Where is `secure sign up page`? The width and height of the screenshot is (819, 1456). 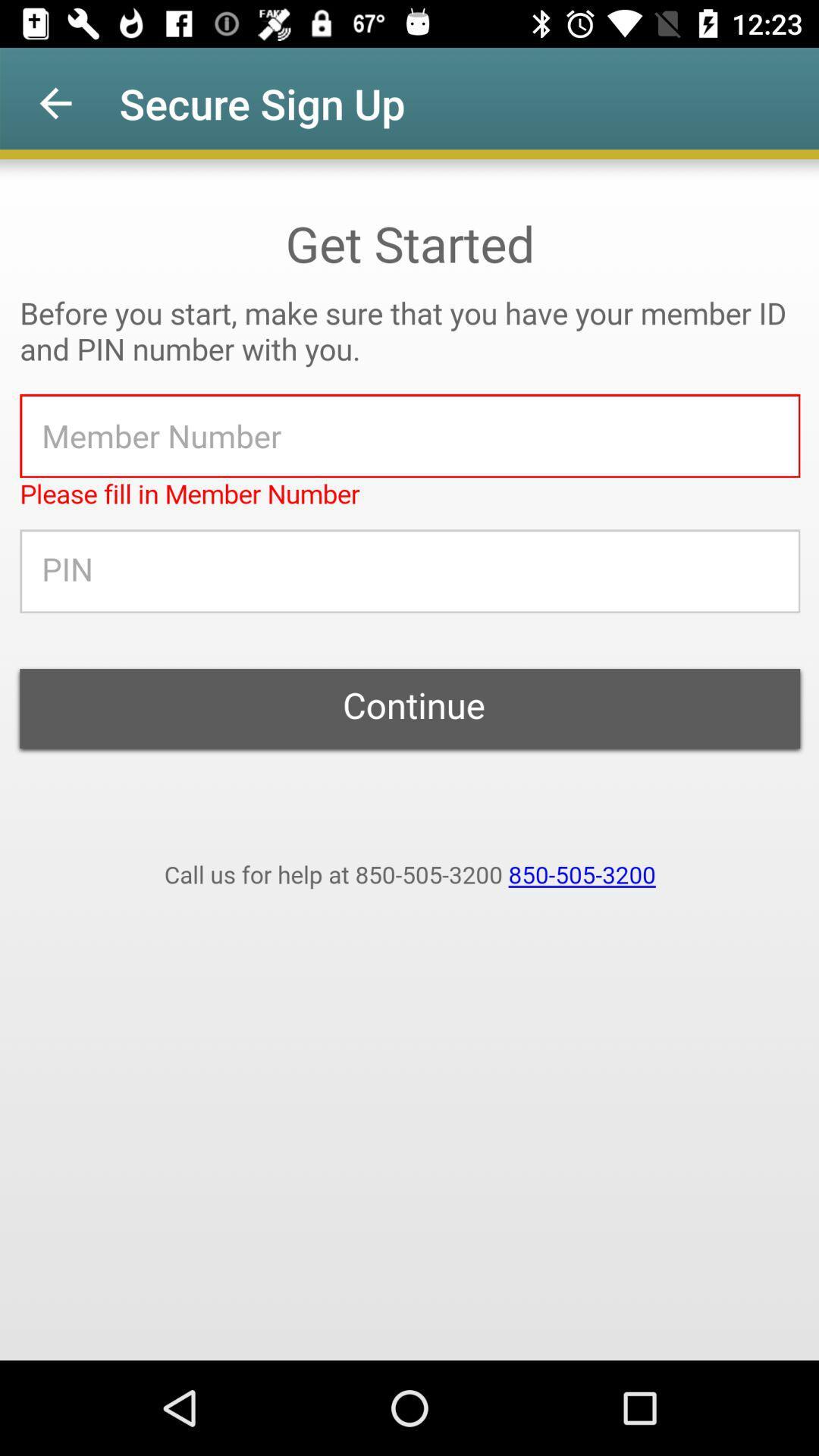 secure sign up page is located at coordinates (409, 760).